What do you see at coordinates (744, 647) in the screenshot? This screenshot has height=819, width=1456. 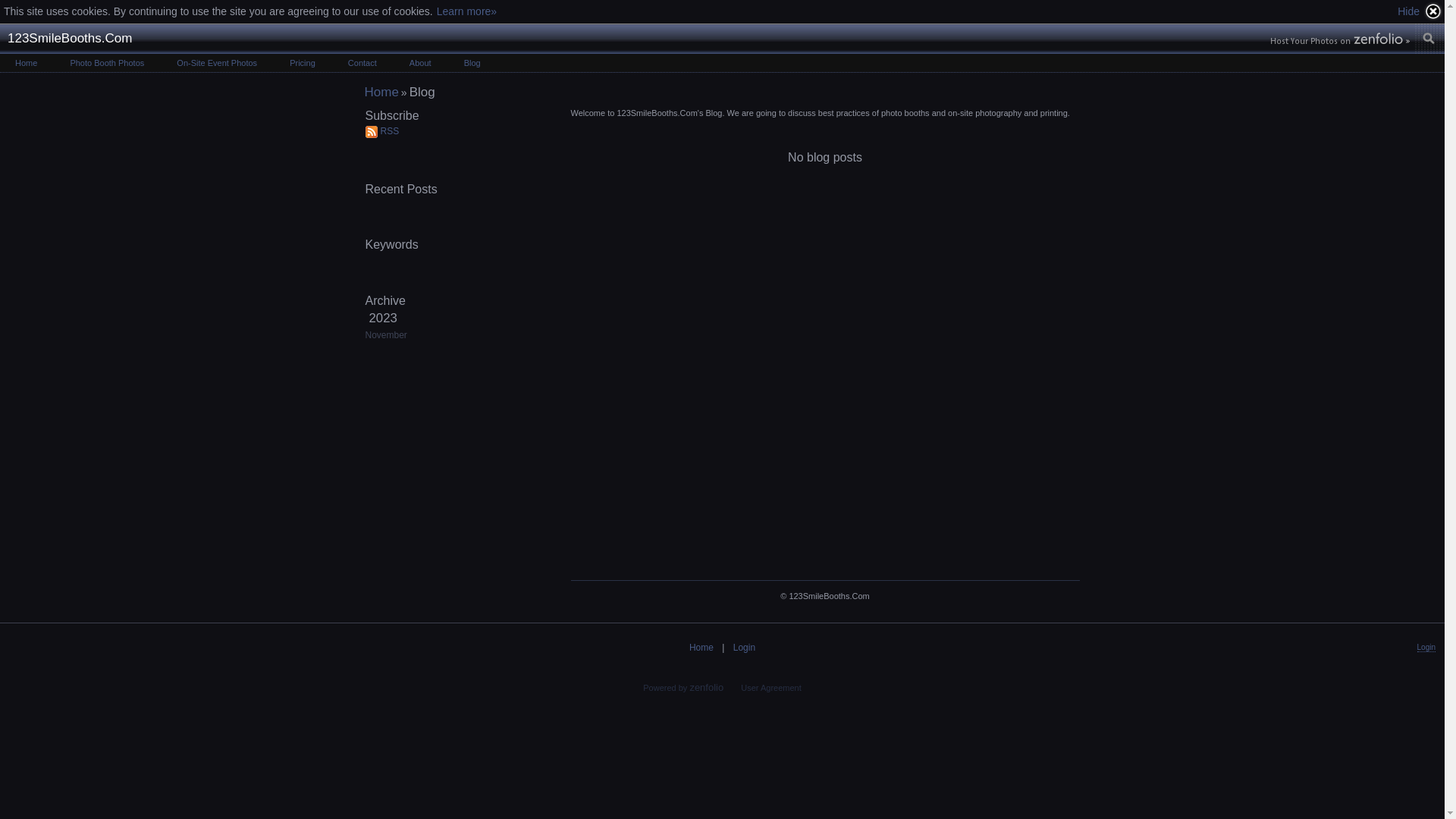 I see `'Login'` at bounding box center [744, 647].